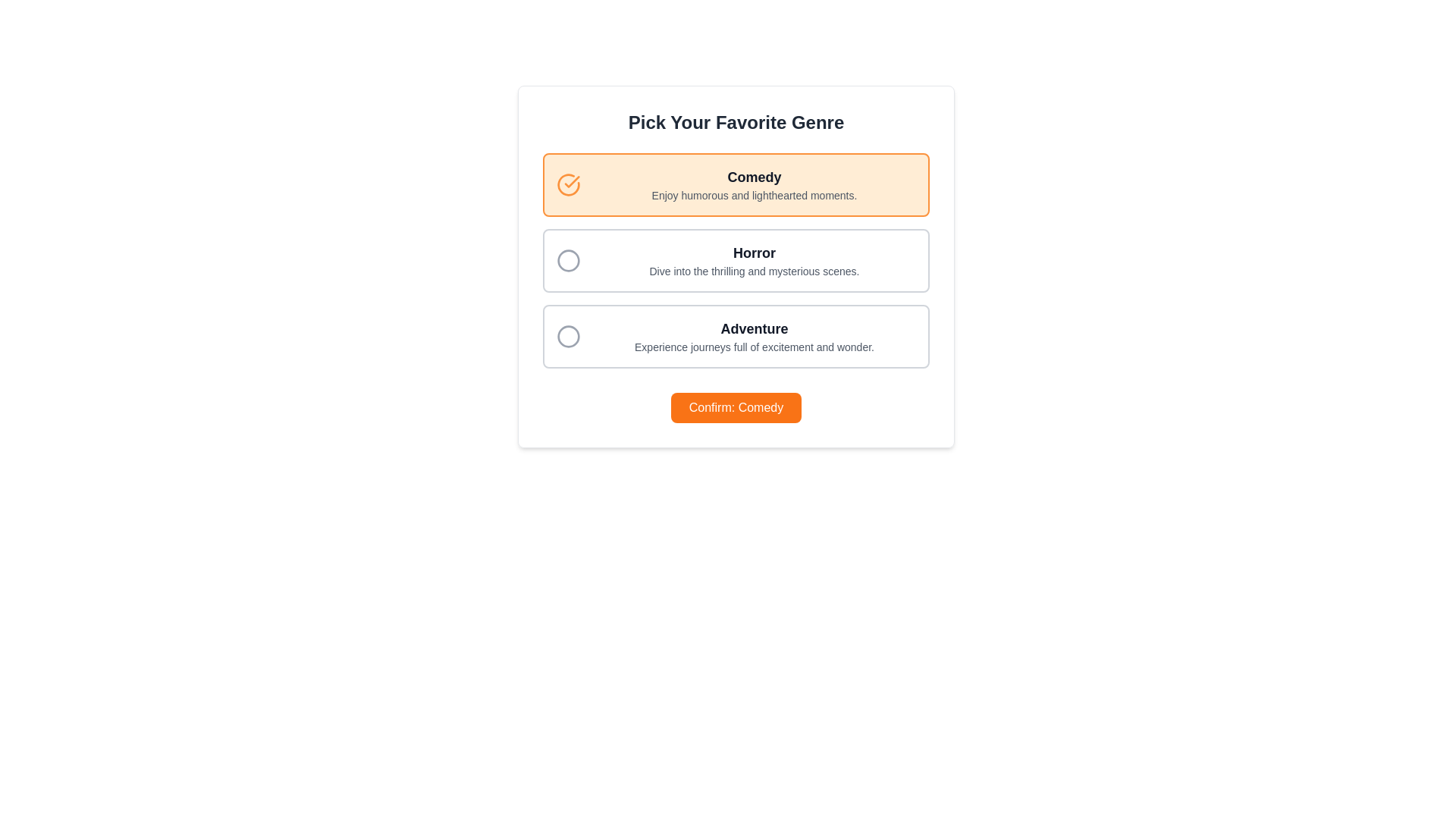  I want to click on the 'Comedy' genre confirmation button located at the bottom center of the interface to observe a visual change, so click(736, 406).